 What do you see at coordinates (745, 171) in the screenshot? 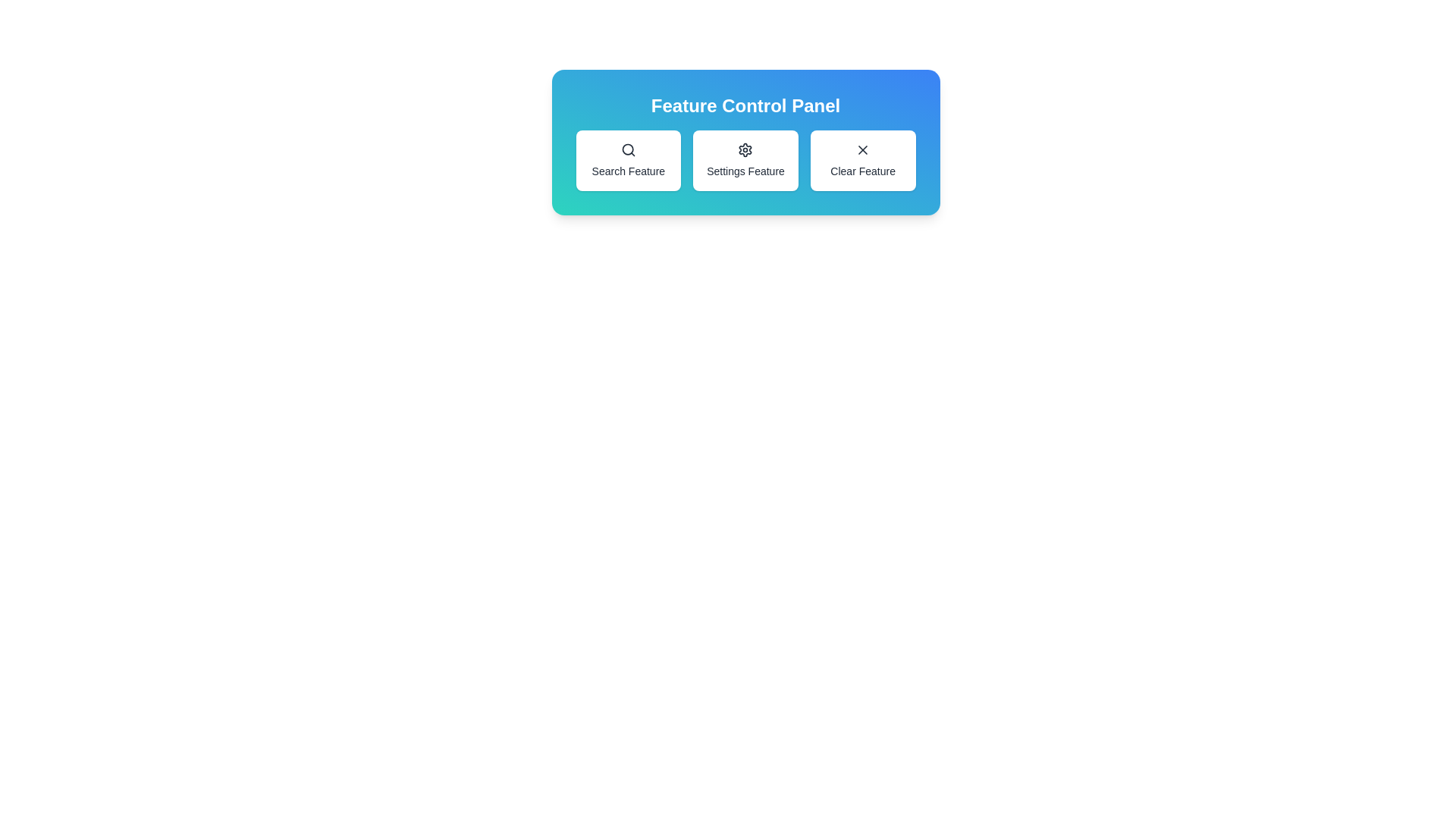
I see `the 'Settings Feature' text label within the button, which is styled in a medium-sized font and is located centrally below a gear icon in the second button from the left inside the 'Feature Control Panel'` at bounding box center [745, 171].